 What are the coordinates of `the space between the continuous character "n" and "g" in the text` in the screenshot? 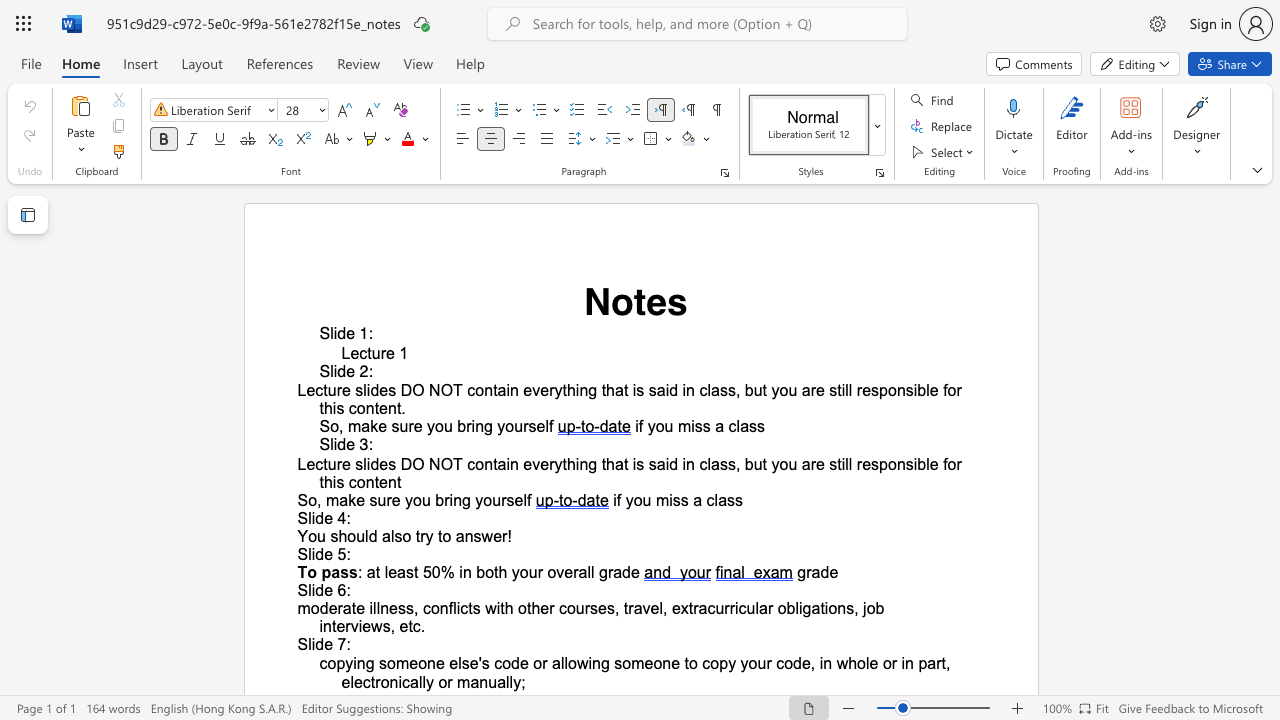 It's located at (587, 390).